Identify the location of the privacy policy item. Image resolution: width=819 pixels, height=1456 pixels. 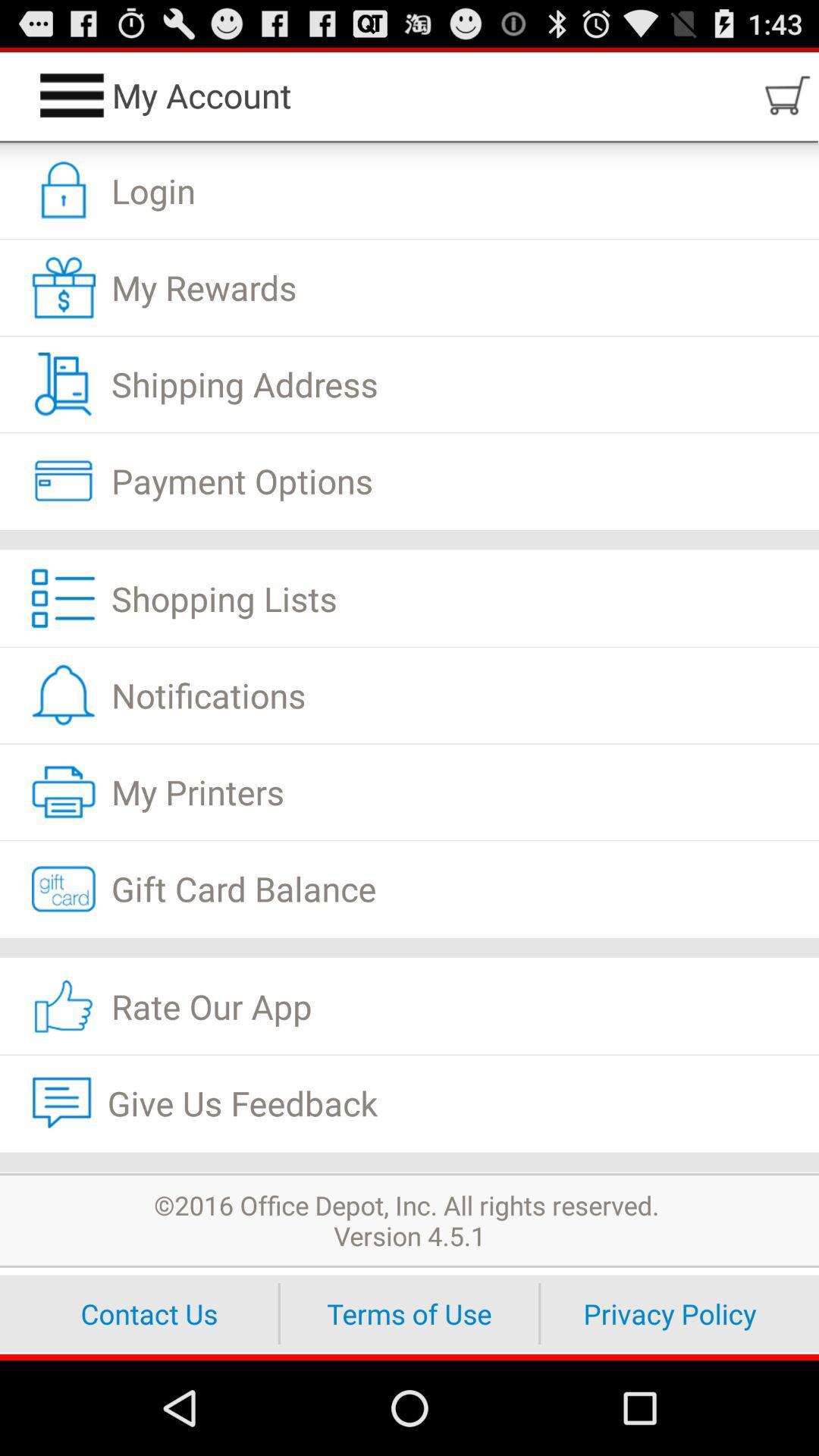
(669, 1313).